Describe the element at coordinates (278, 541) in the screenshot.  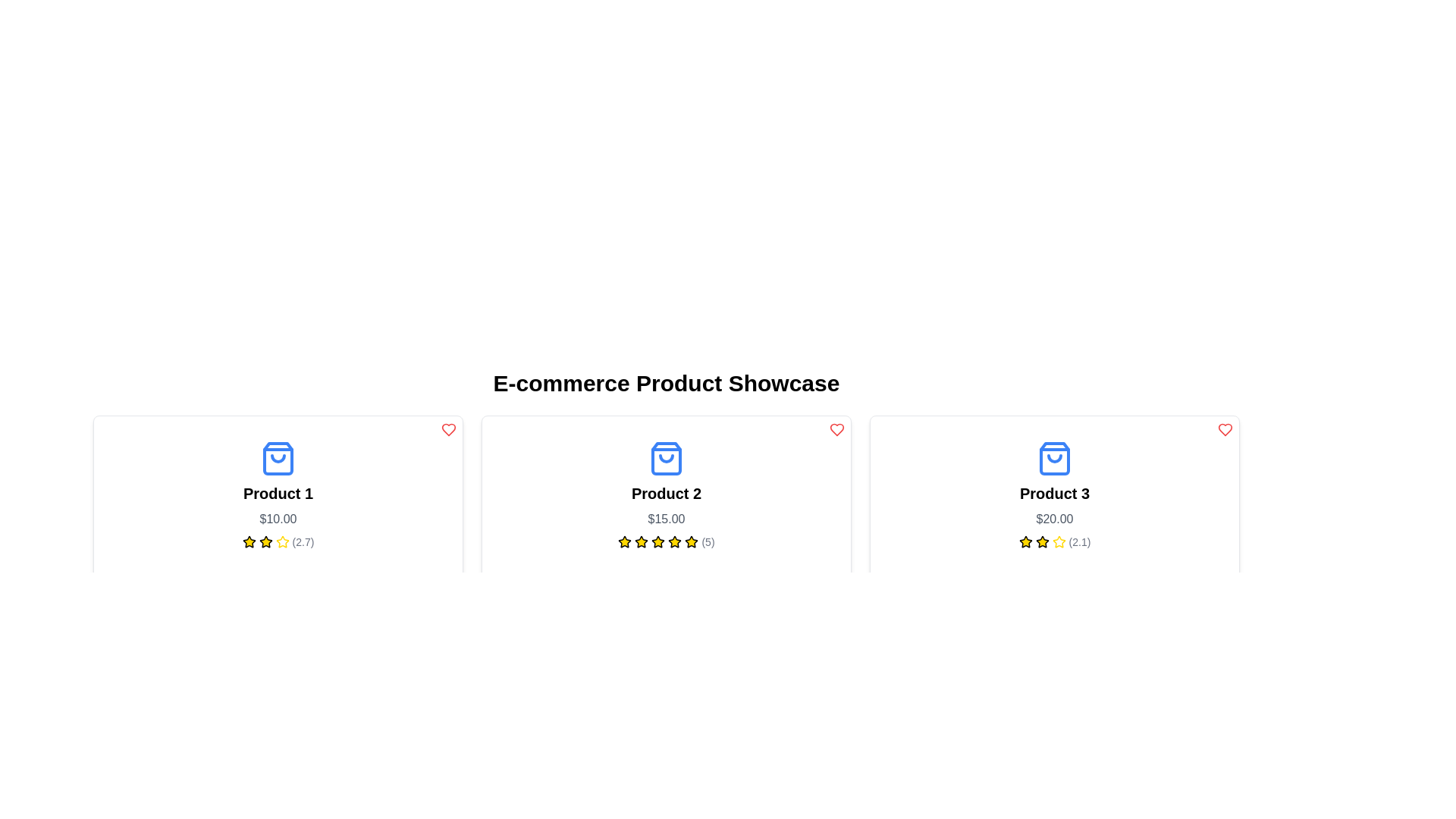
I see `displayed rating of the product, which is indicated by the stars and the text '(2.7)' located centrally below the price '$10.00' in the 'Product 1' card` at that location.